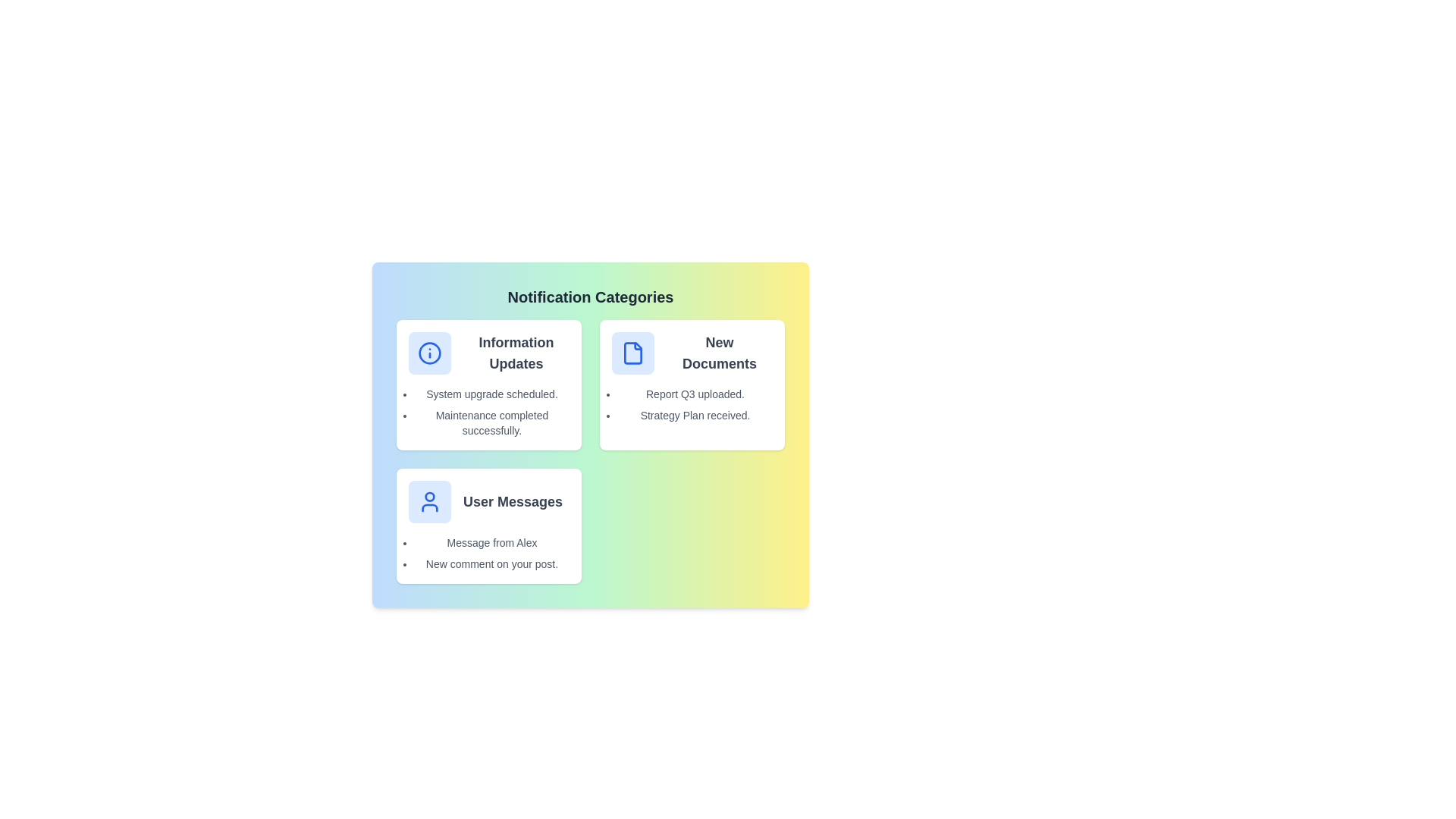  What do you see at coordinates (633, 353) in the screenshot?
I see `the icon of New Documents to display its tooltip` at bounding box center [633, 353].